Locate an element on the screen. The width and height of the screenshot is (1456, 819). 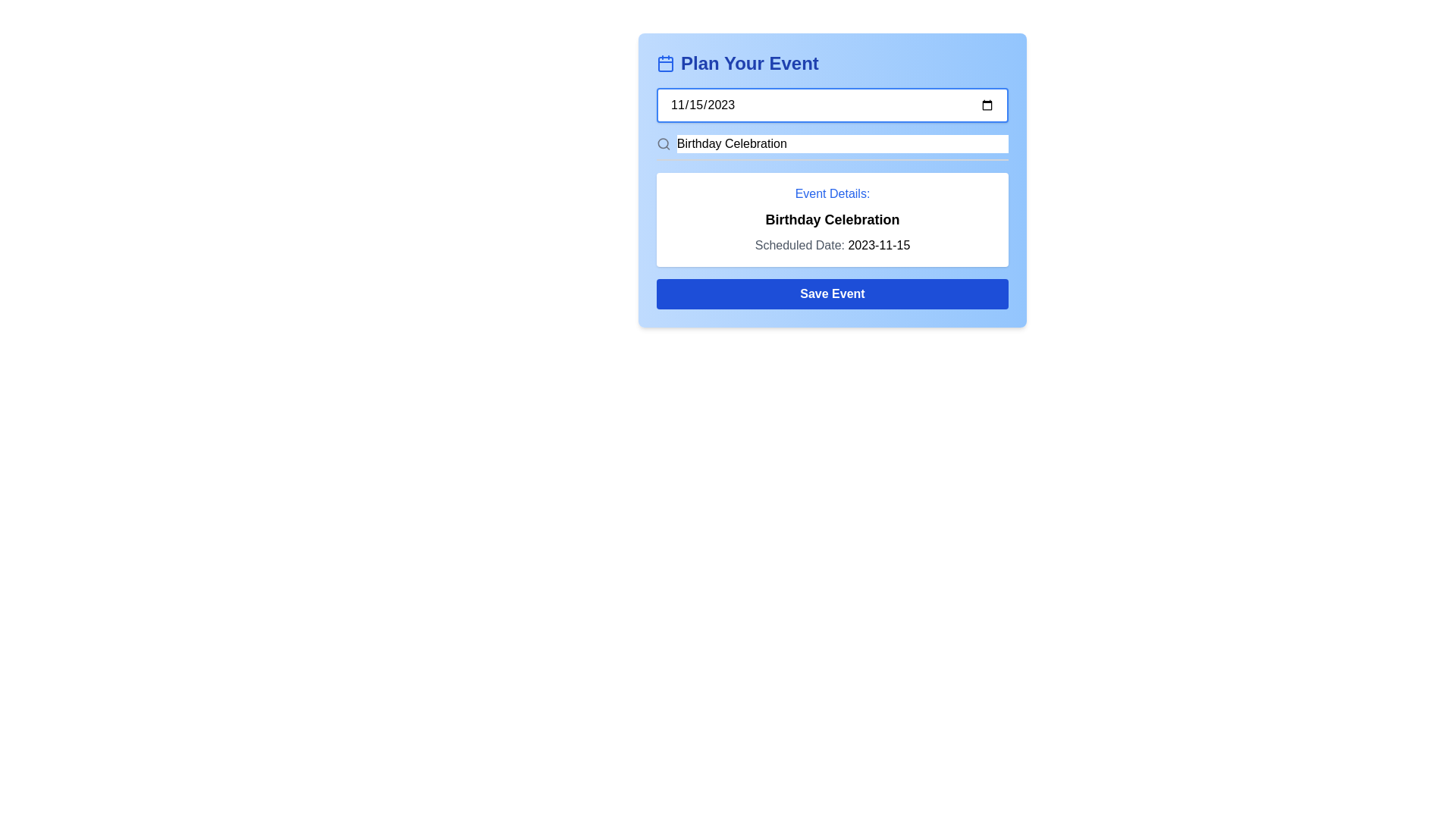
the gray magnifying glass icon located to the left of the 'Birthday Celebration' text input field to initiate a search is located at coordinates (663, 143).